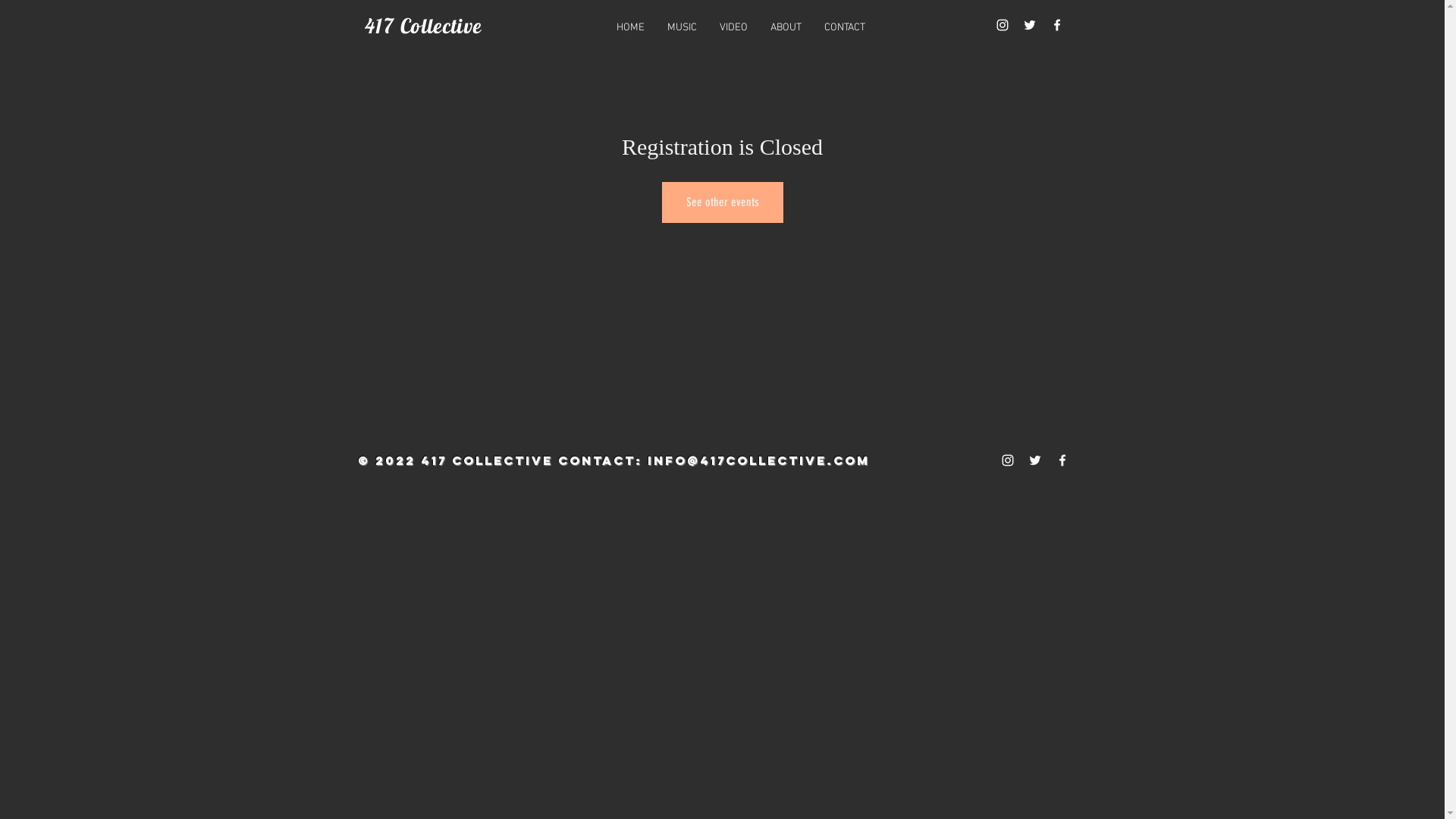 The width and height of the screenshot is (1456, 819). What do you see at coordinates (630, 28) in the screenshot?
I see `'HOME'` at bounding box center [630, 28].